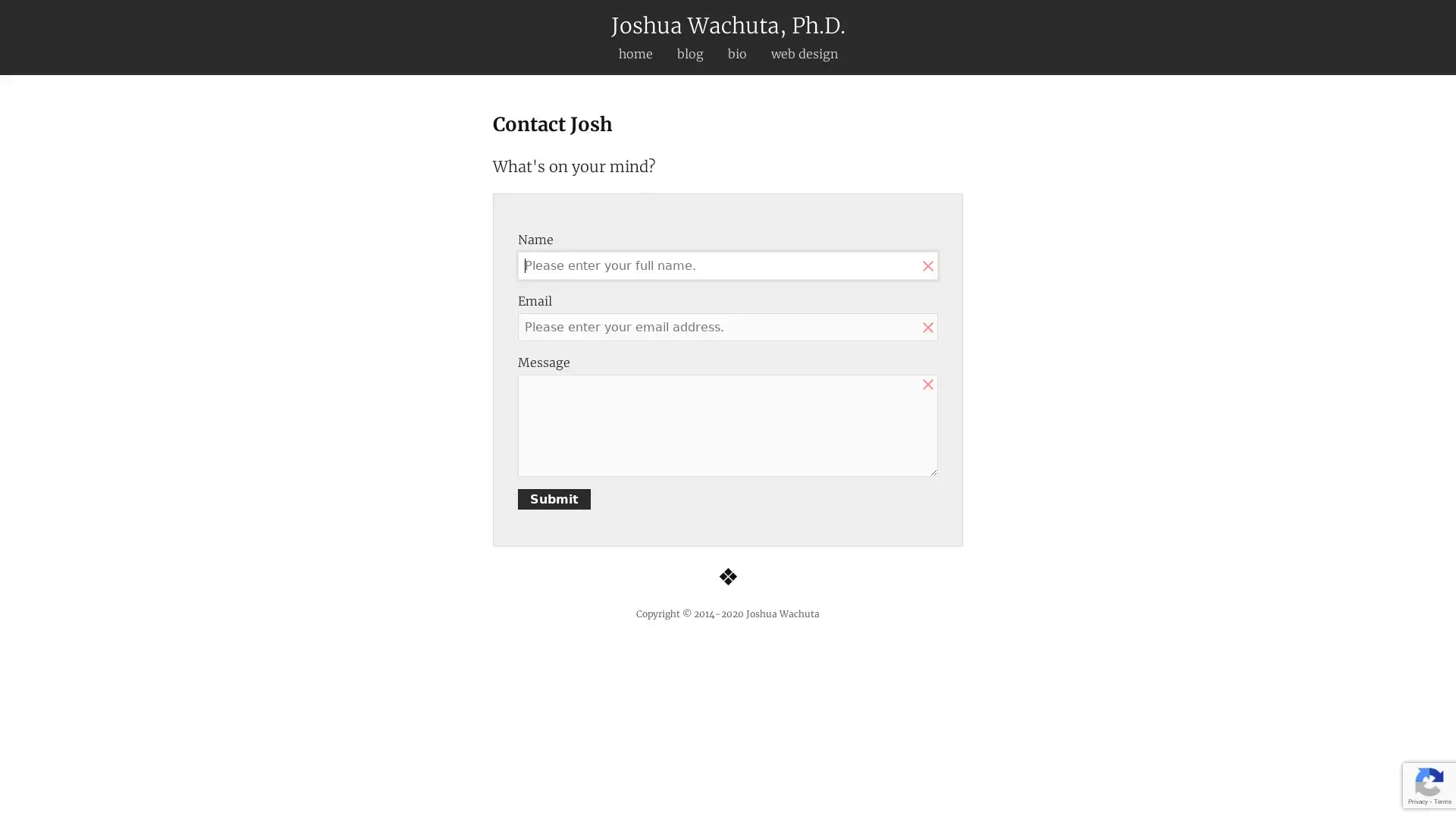  What do you see at coordinates (553, 498) in the screenshot?
I see `Submit` at bounding box center [553, 498].